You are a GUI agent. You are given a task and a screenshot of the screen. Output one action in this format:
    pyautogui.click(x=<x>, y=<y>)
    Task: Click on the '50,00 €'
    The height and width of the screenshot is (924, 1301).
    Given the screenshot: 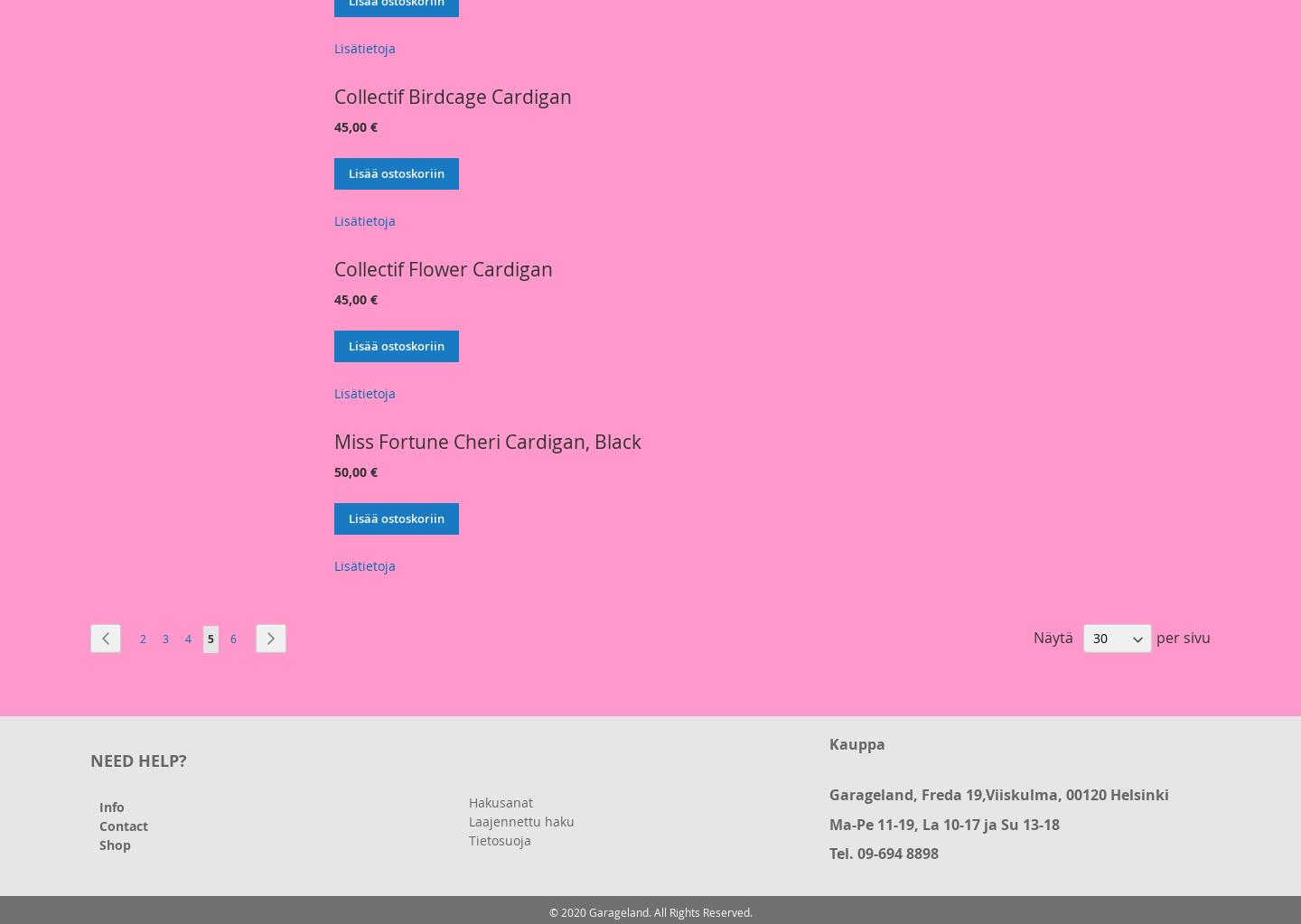 What is the action you would take?
    pyautogui.click(x=354, y=471)
    